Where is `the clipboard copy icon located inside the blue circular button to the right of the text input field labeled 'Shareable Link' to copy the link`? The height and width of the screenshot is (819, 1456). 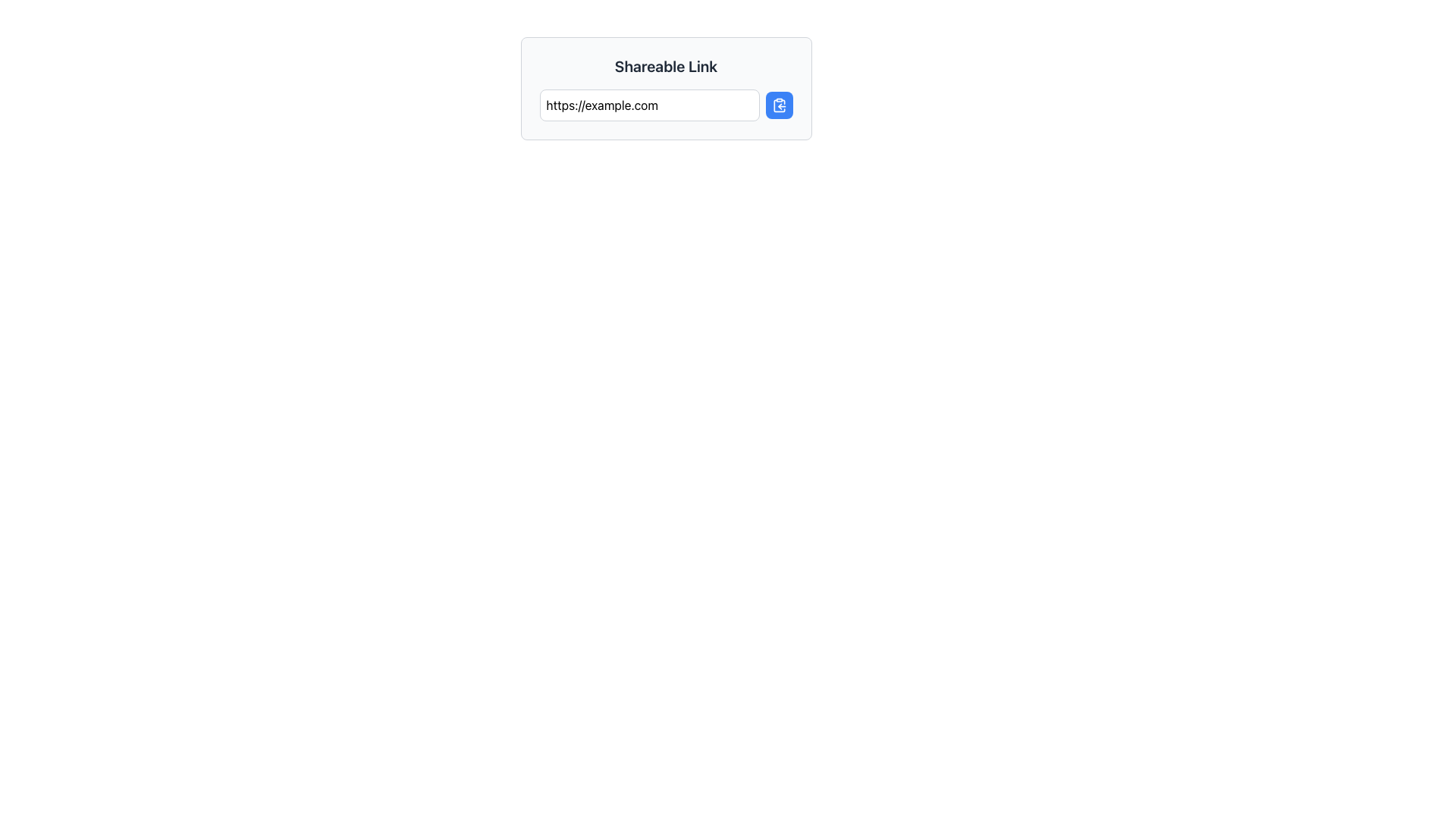 the clipboard copy icon located inside the blue circular button to the right of the text input field labeled 'Shareable Link' to copy the link is located at coordinates (779, 104).